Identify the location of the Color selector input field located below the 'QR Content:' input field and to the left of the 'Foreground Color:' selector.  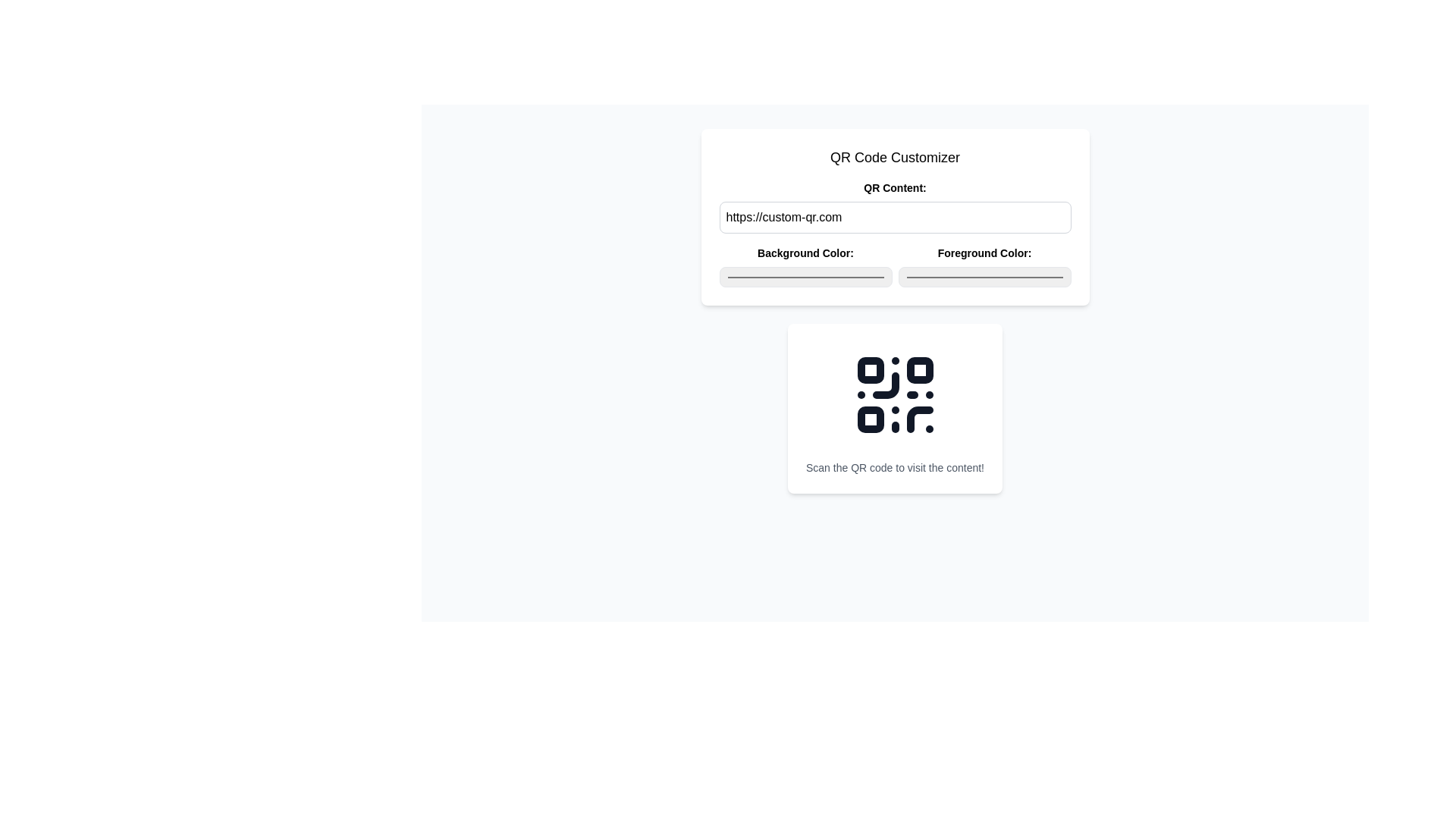
(805, 265).